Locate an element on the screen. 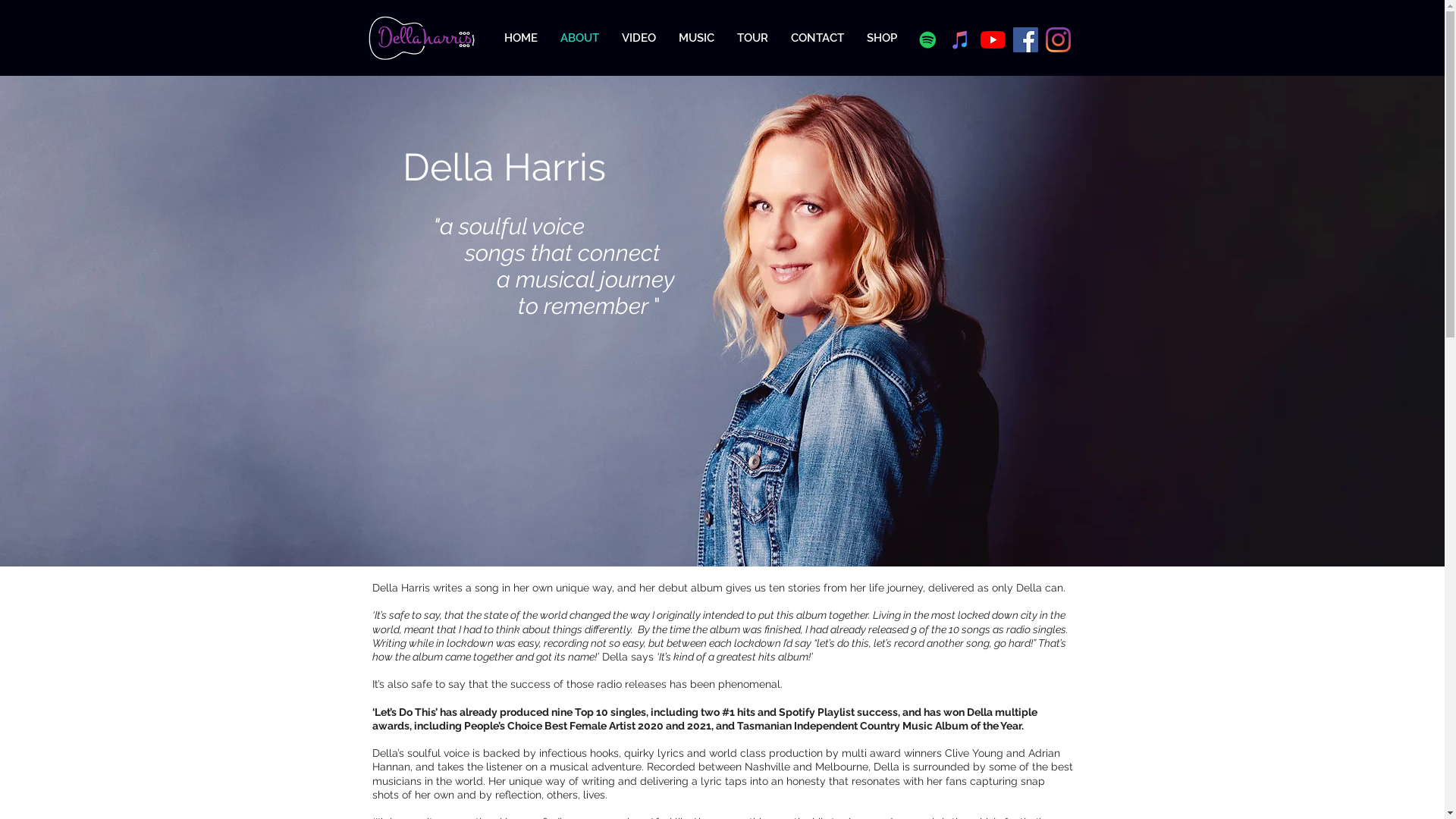 The height and width of the screenshot is (819, 1456). 'CONTACT' is located at coordinates (817, 37).